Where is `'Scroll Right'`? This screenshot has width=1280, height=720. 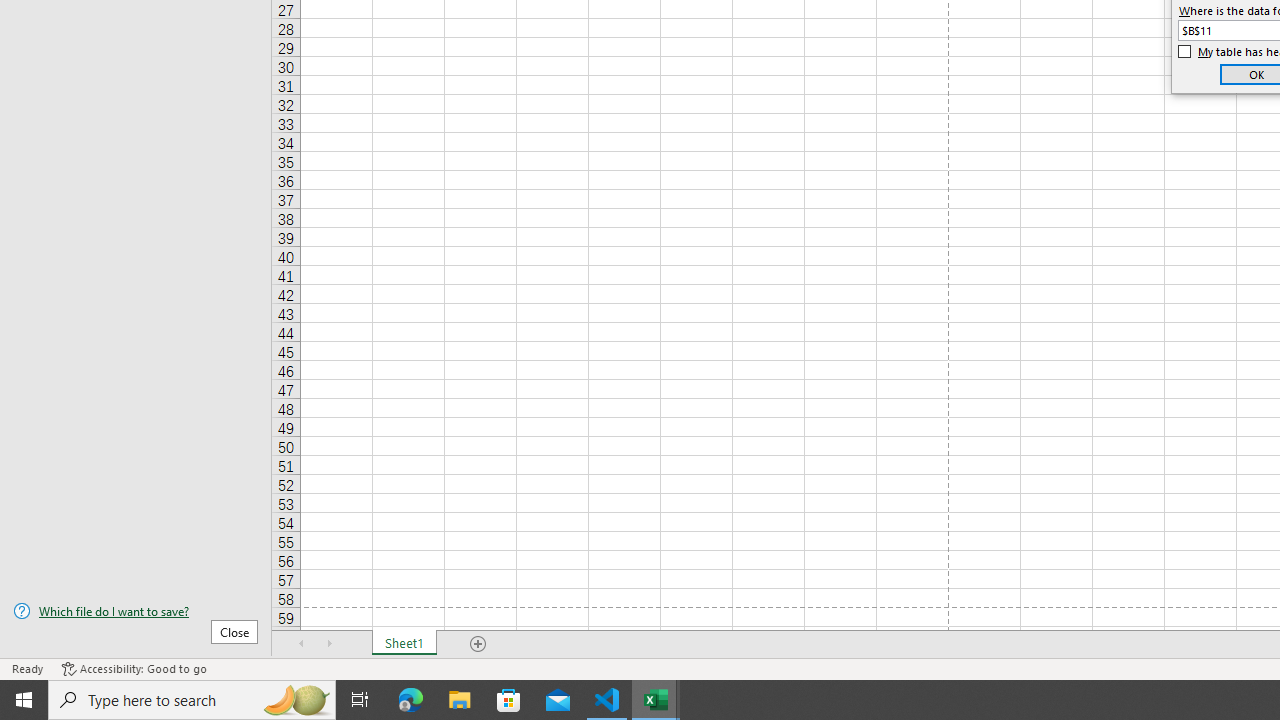 'Scroll Right' is located at coordinates (330, 644).